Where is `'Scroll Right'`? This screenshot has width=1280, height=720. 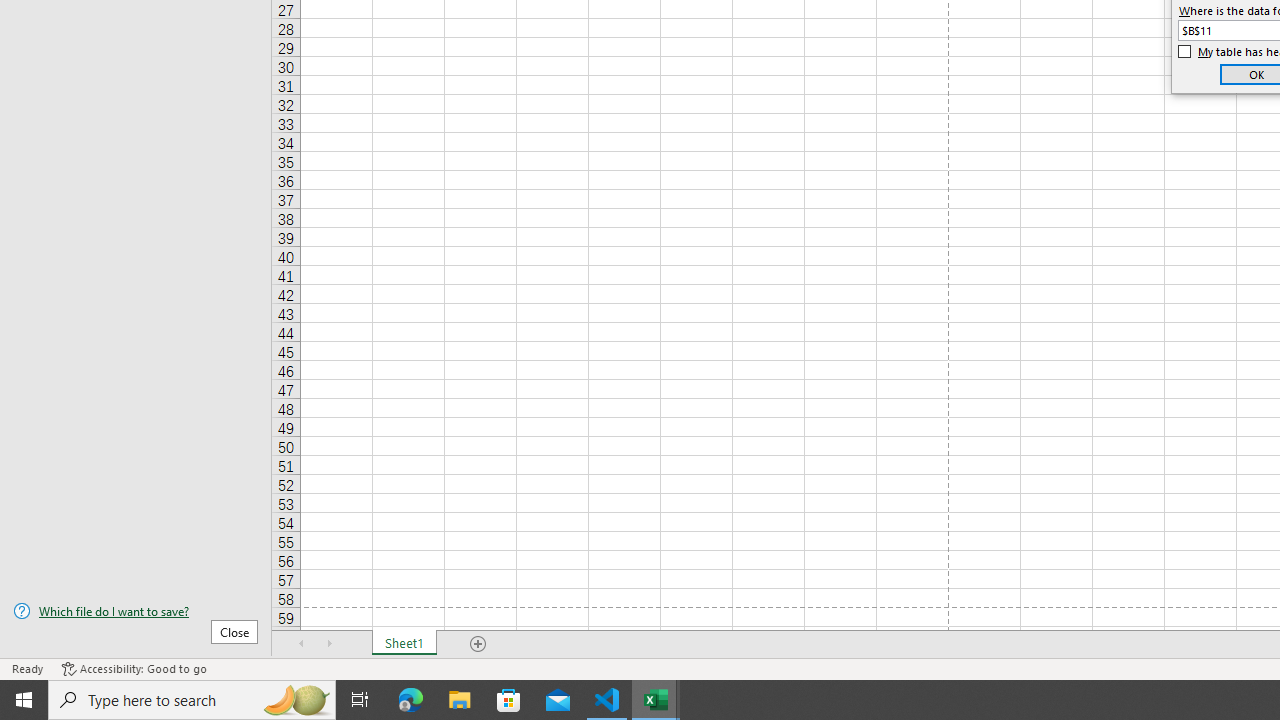 'Scroll Right' is located at coordinates (330, 644).